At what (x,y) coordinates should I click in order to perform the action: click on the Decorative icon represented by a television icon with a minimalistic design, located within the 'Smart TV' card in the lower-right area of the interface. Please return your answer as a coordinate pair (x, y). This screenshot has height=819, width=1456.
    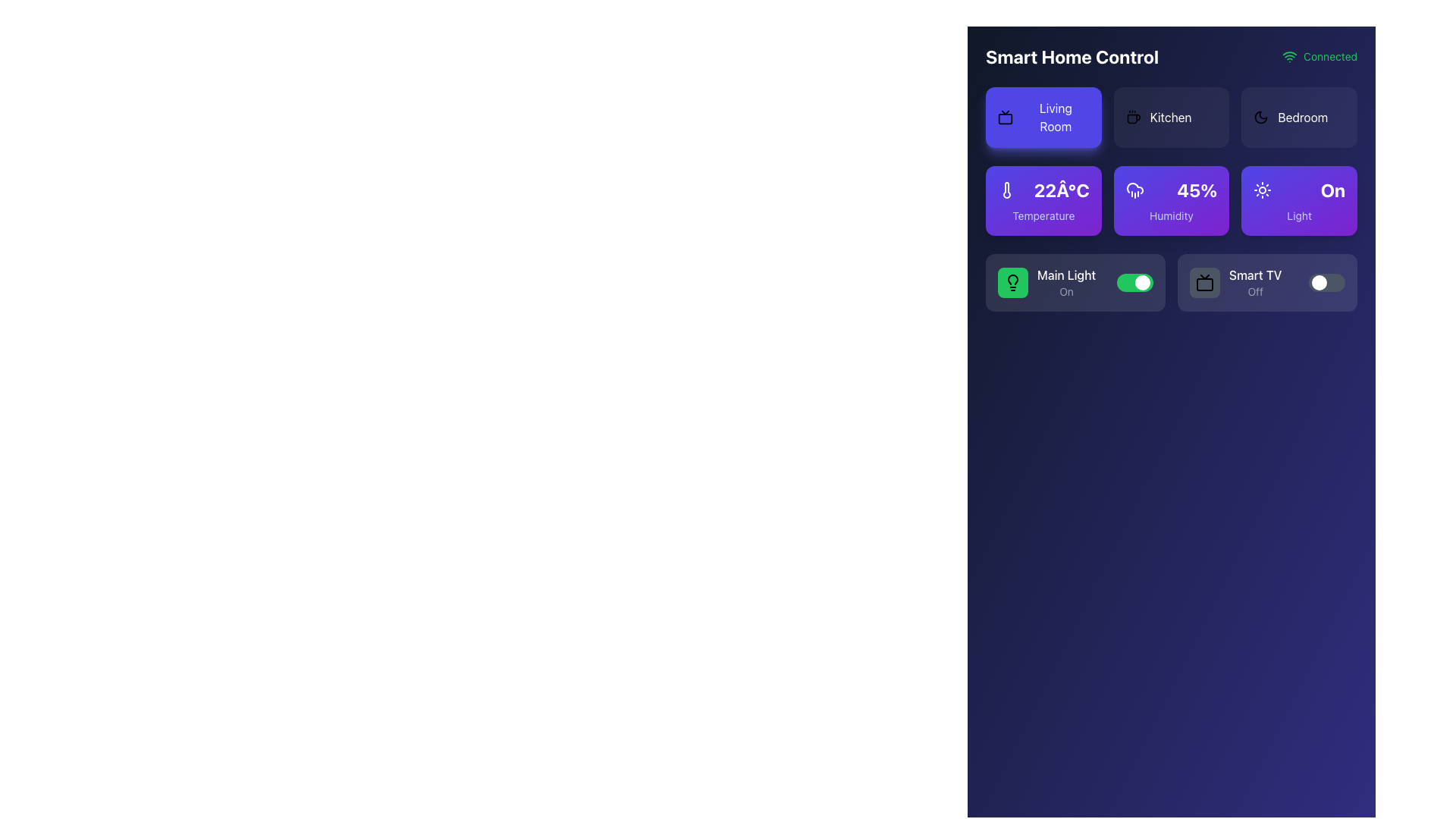
    Looking at the image, I should click on (1203, 283).